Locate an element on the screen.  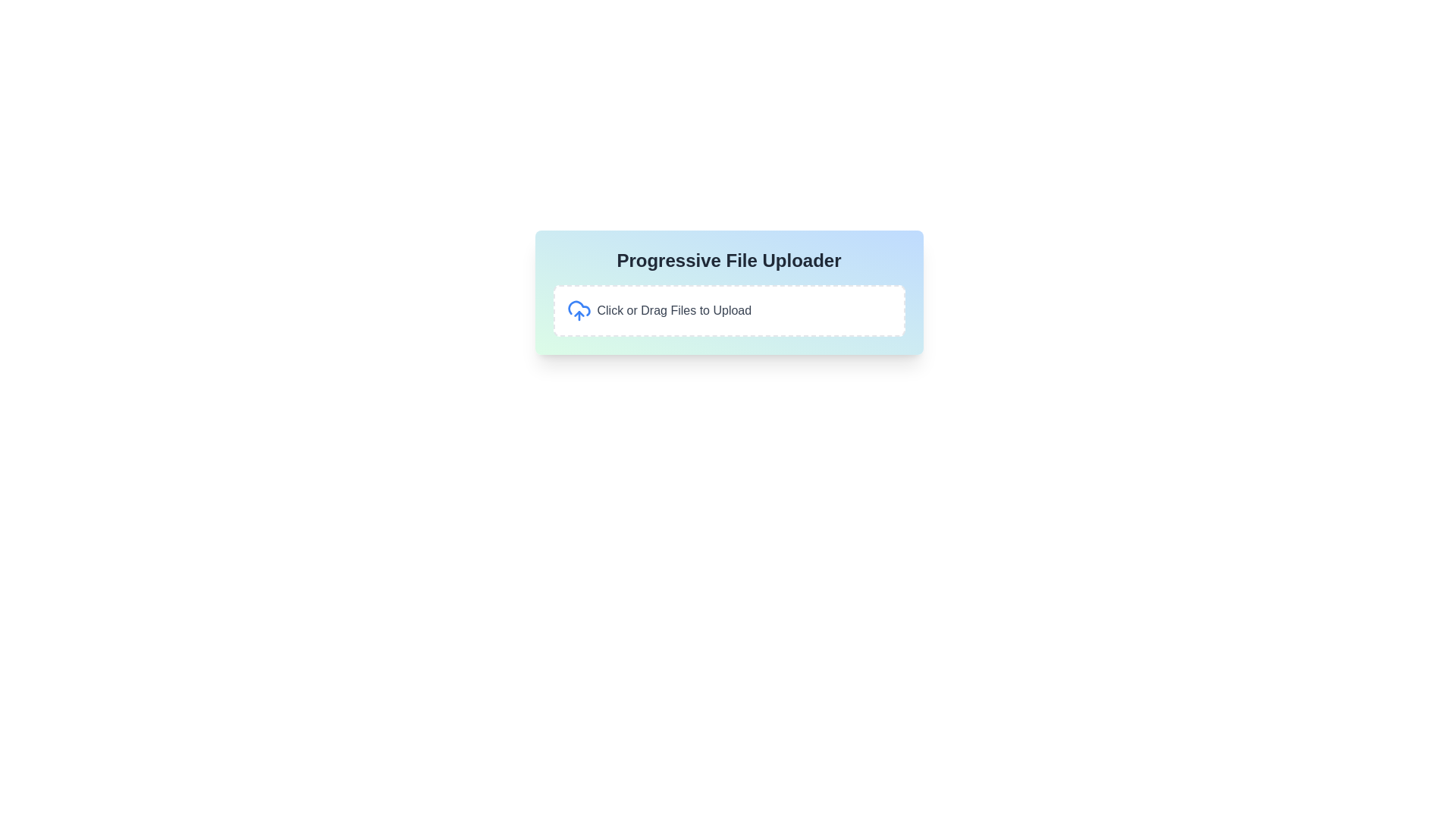
the icon that serves as a graphical indicator for file uploads, located above the text label within the bordered rectangular area labeled 'Click or Drag Files to Upload' is located at coordinates (578, 309).